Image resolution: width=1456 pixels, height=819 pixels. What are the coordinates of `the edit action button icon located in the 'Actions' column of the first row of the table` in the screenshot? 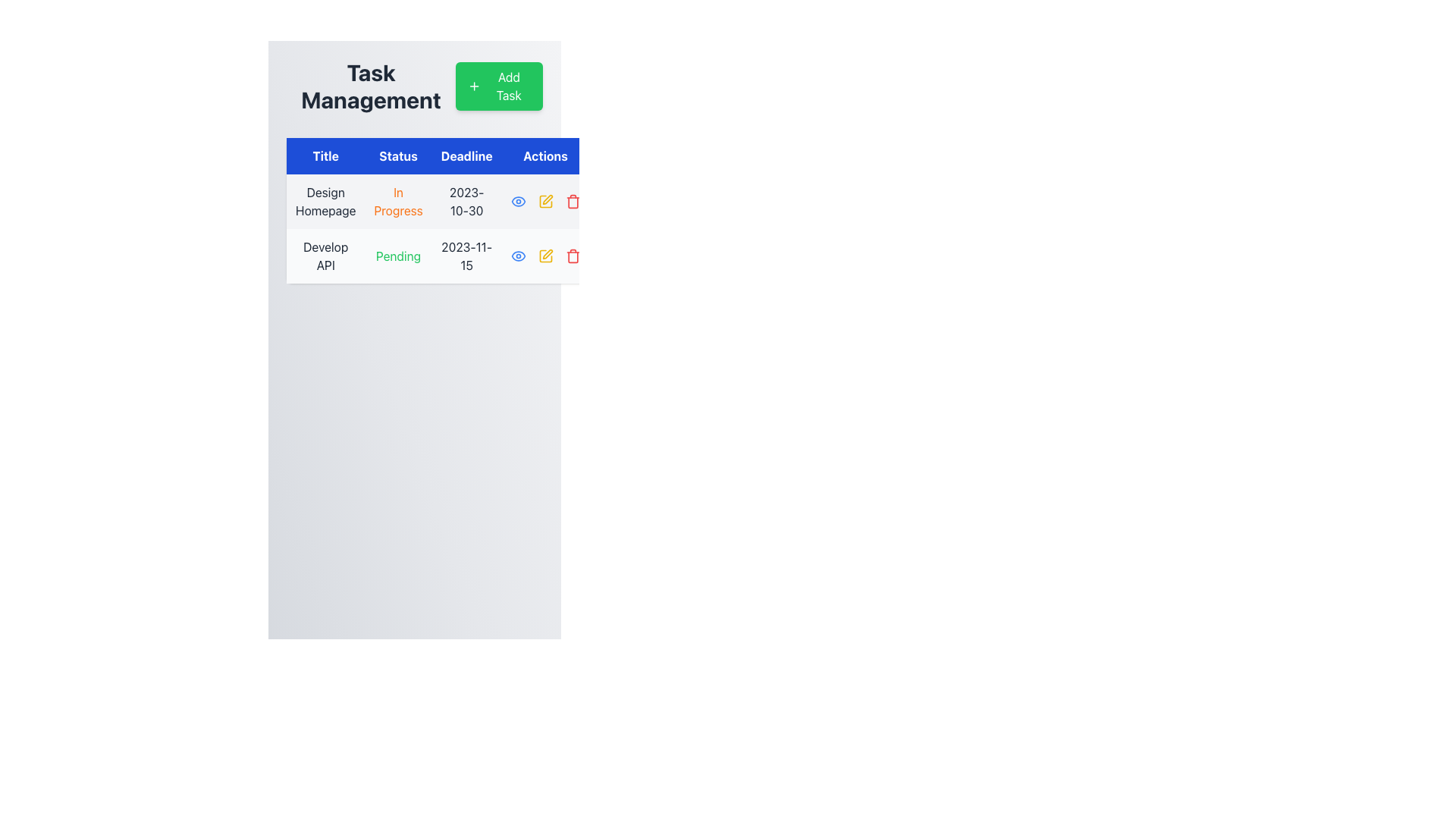 It's located at (545, 201).